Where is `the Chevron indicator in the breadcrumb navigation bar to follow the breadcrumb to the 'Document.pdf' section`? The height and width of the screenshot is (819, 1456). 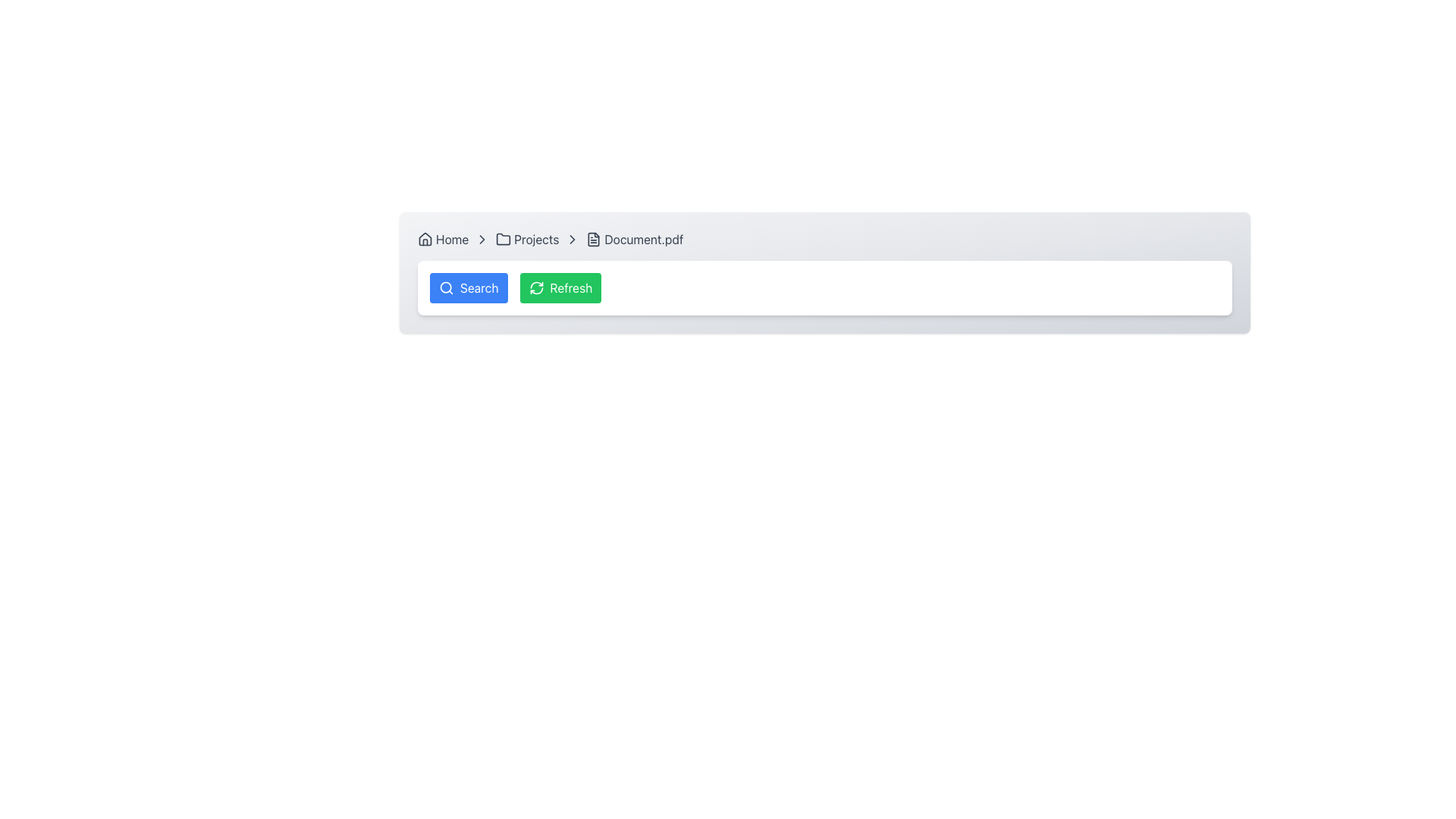
the Chevron indicator in the breadcrumb navigation bar to follow the breadcrumb to the 'Document.pdf' section is located at coordinates (482, 239).